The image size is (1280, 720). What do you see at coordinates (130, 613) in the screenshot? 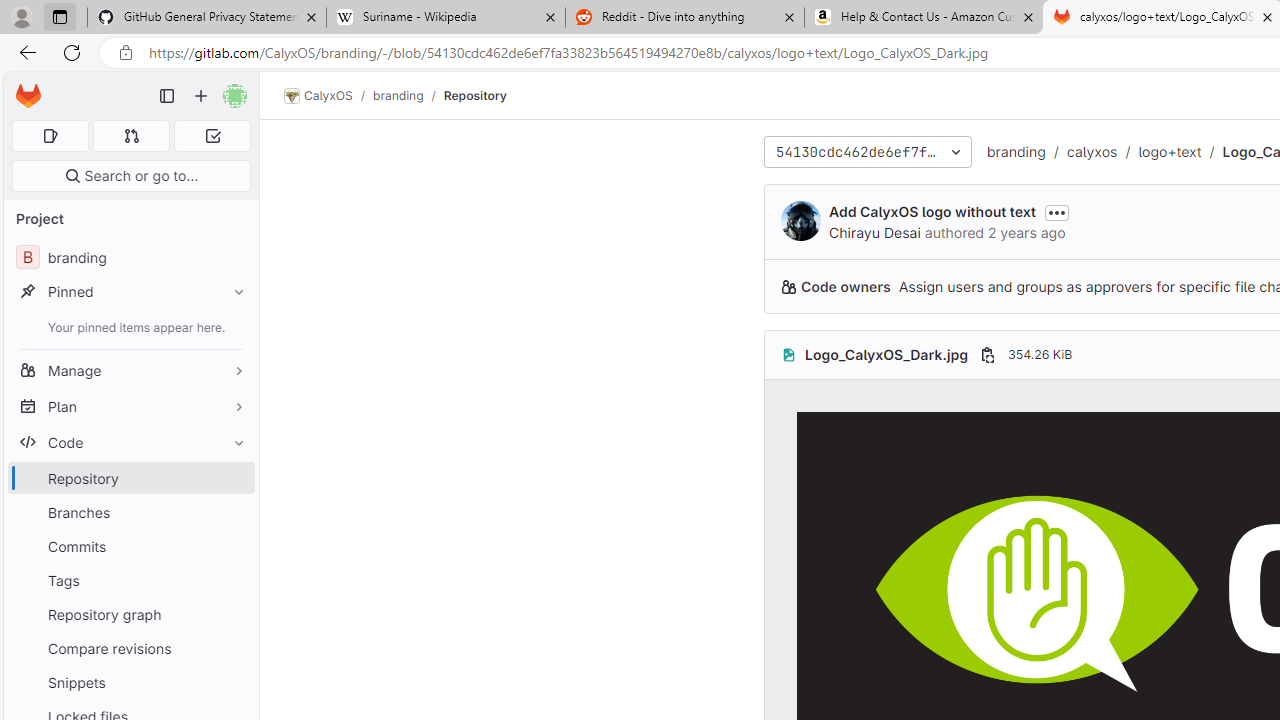
I see `'Repository graph'` at bounding box center [130, 613].